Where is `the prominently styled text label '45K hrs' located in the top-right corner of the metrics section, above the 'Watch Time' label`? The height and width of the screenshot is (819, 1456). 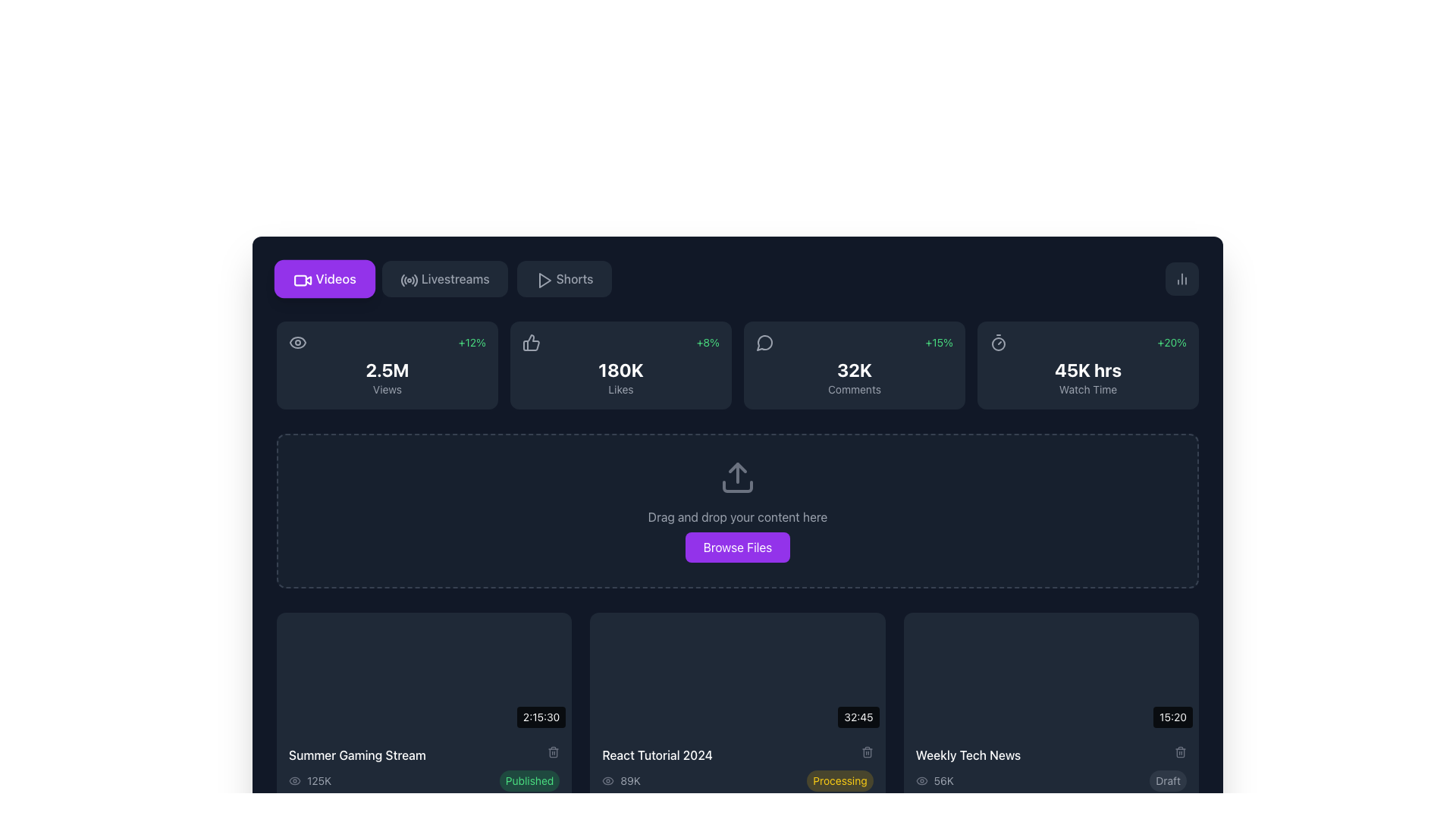 the prominently styled text label '45K hrs' located in the top-right corner of the metrics section, above the 'Watch Time' label is located at coordinates (1087, 370).